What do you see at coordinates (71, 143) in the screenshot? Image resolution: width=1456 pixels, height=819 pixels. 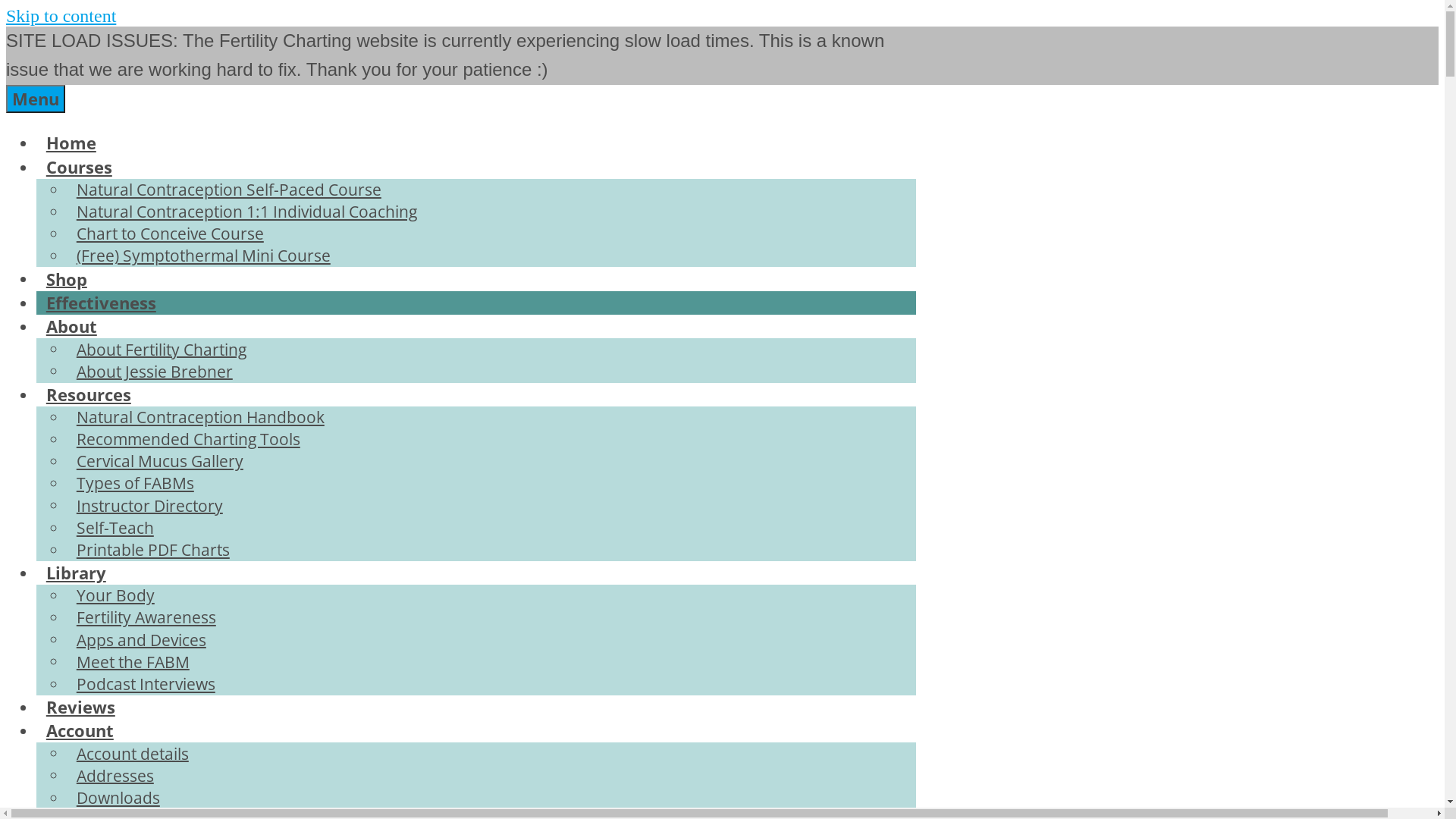 I see `'Home'` at bounding box center [71, 143].